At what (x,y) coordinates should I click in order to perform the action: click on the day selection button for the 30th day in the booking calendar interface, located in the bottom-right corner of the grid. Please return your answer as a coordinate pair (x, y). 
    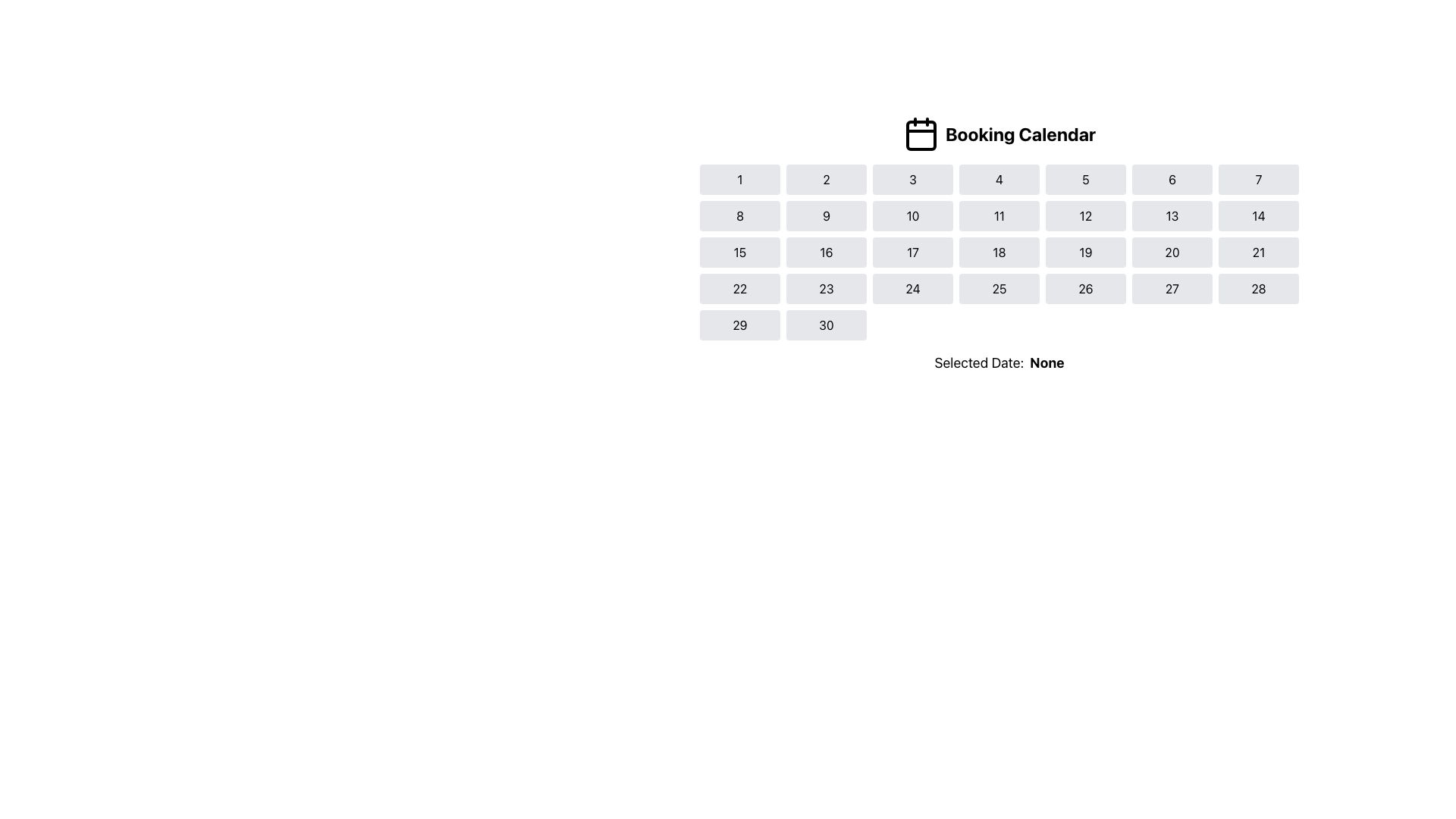
    Looking at the image, I should click on (825, 324).